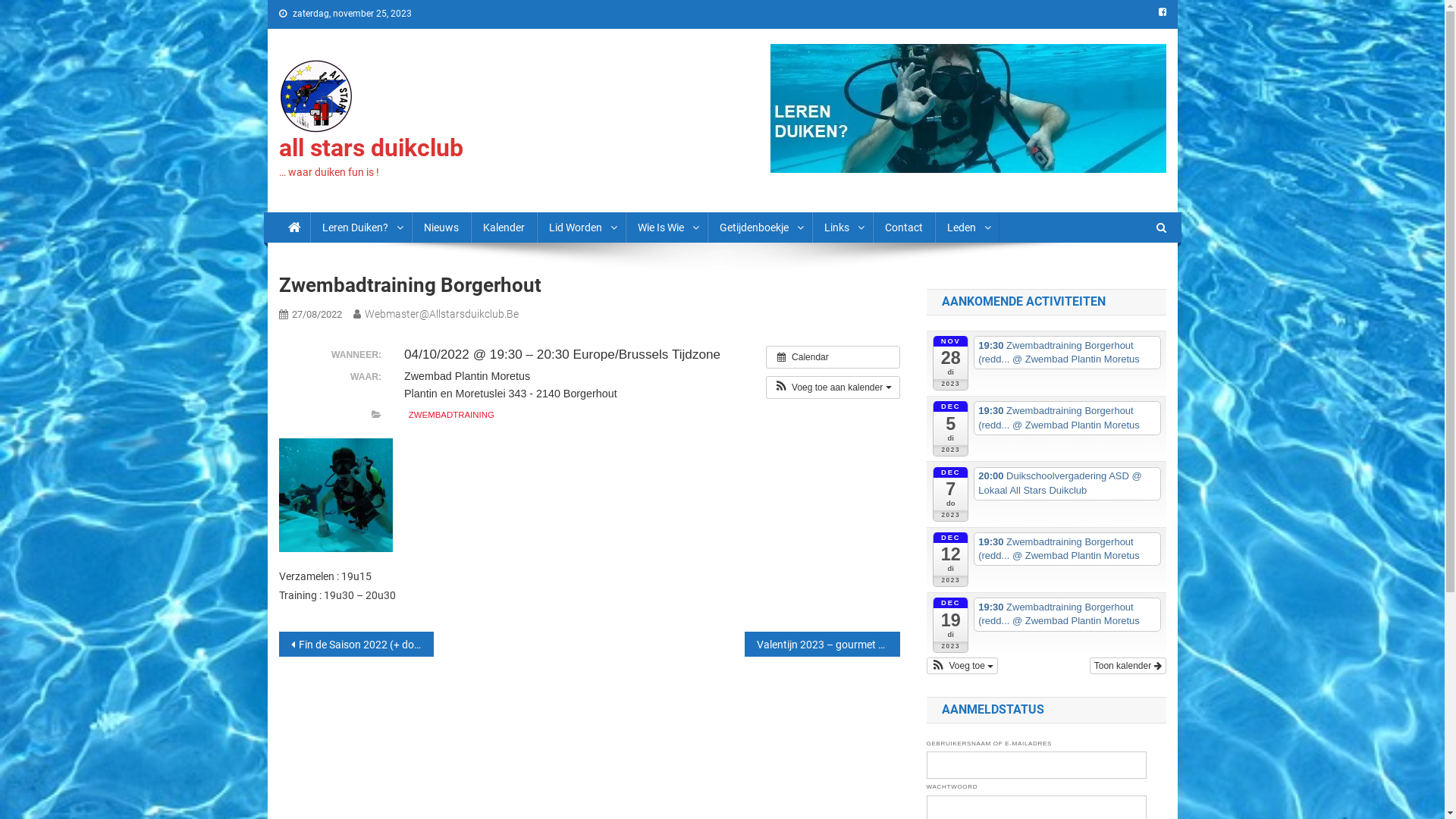 The height and width of the screenshot is (819, 1456). What do you see at coordinates (666, 227) in the screenshot?
I see `'Wie Is Wie'` at bounding box center [666, 227].